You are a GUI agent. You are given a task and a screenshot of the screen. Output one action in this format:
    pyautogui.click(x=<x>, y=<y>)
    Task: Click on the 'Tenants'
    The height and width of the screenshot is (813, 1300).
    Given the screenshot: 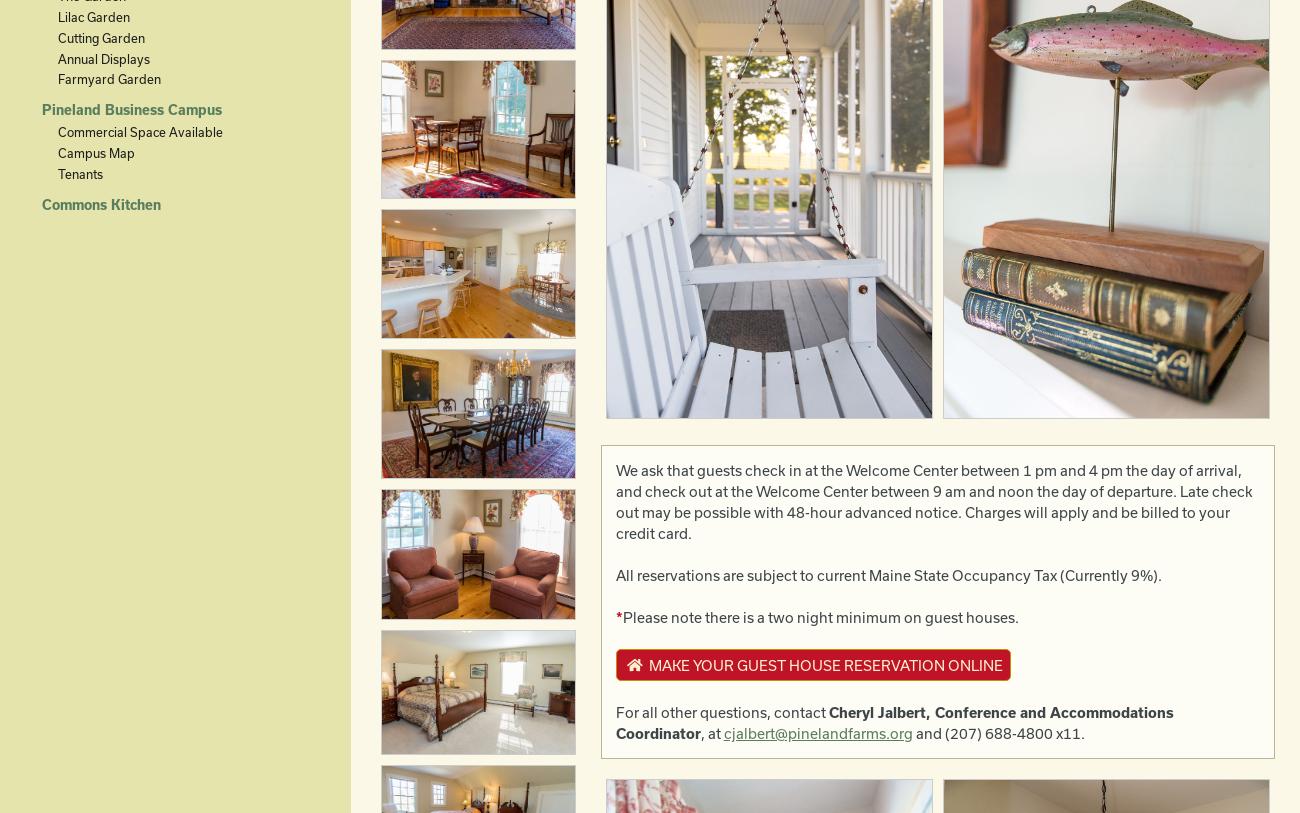 What is the action you would take?
    pyautogui.click(x=79, y=172)
    